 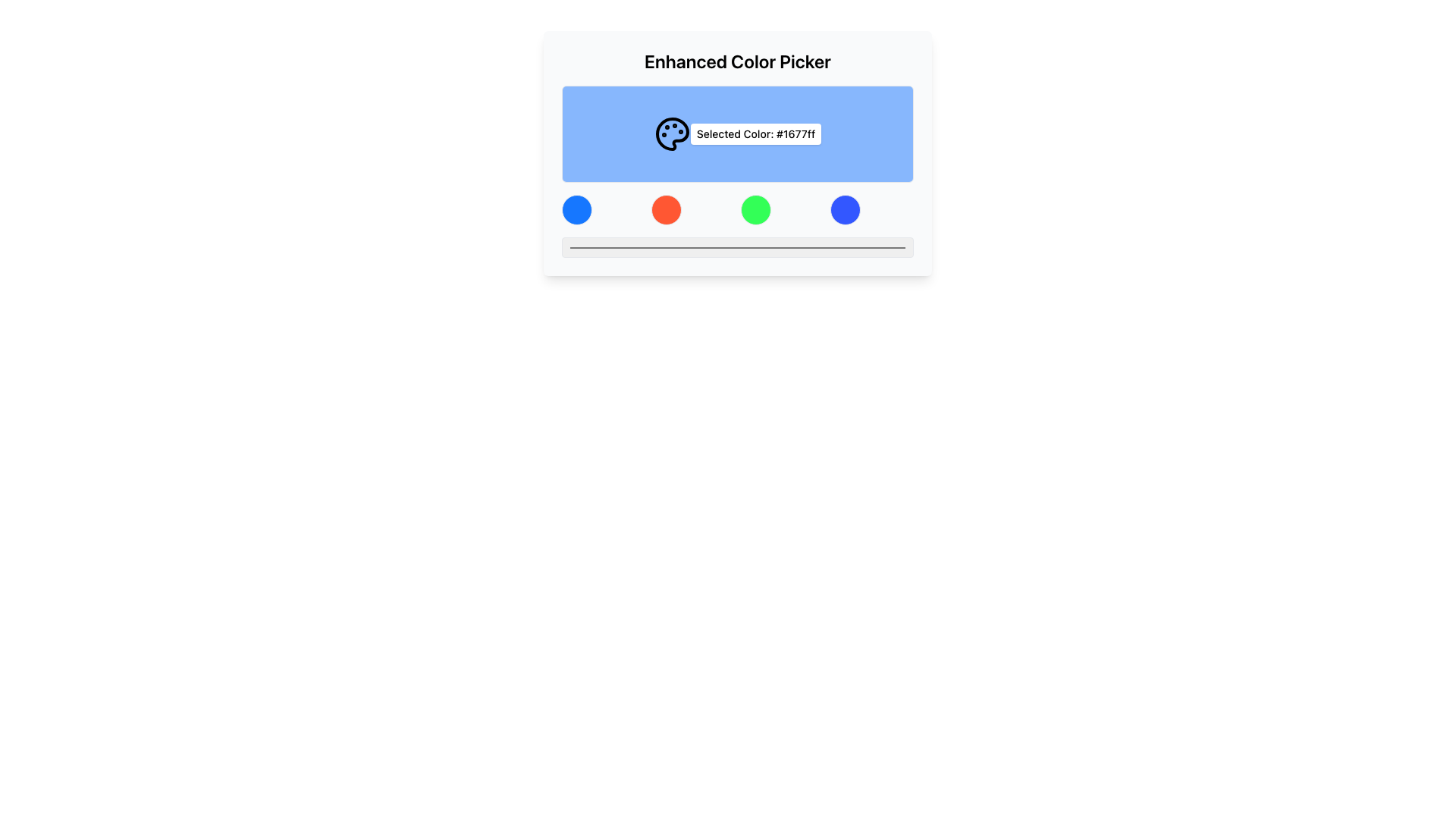 What do you see at coordinates (611, 246) in the screenshot?
I see `the slider` at bounding box center [611, 246].